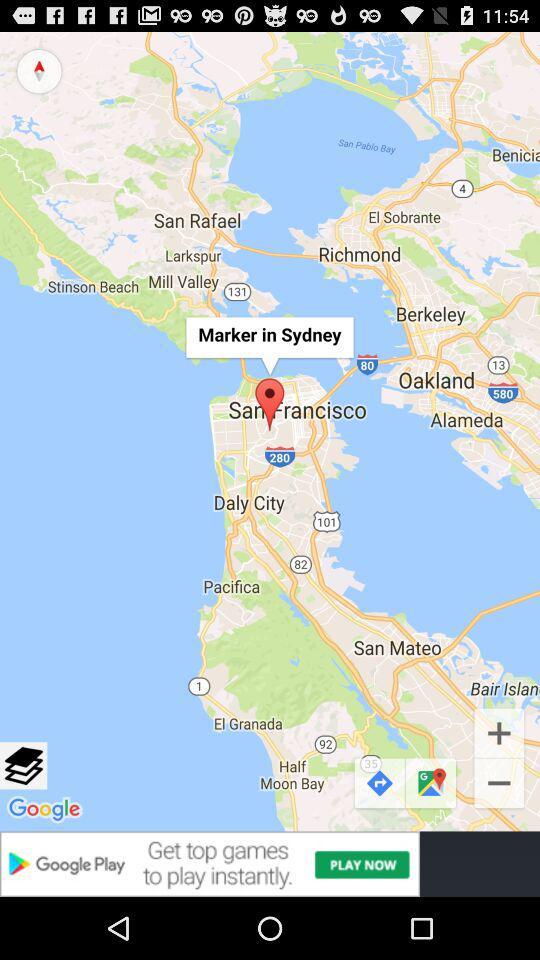  I want to click on here, so click(22, 764).